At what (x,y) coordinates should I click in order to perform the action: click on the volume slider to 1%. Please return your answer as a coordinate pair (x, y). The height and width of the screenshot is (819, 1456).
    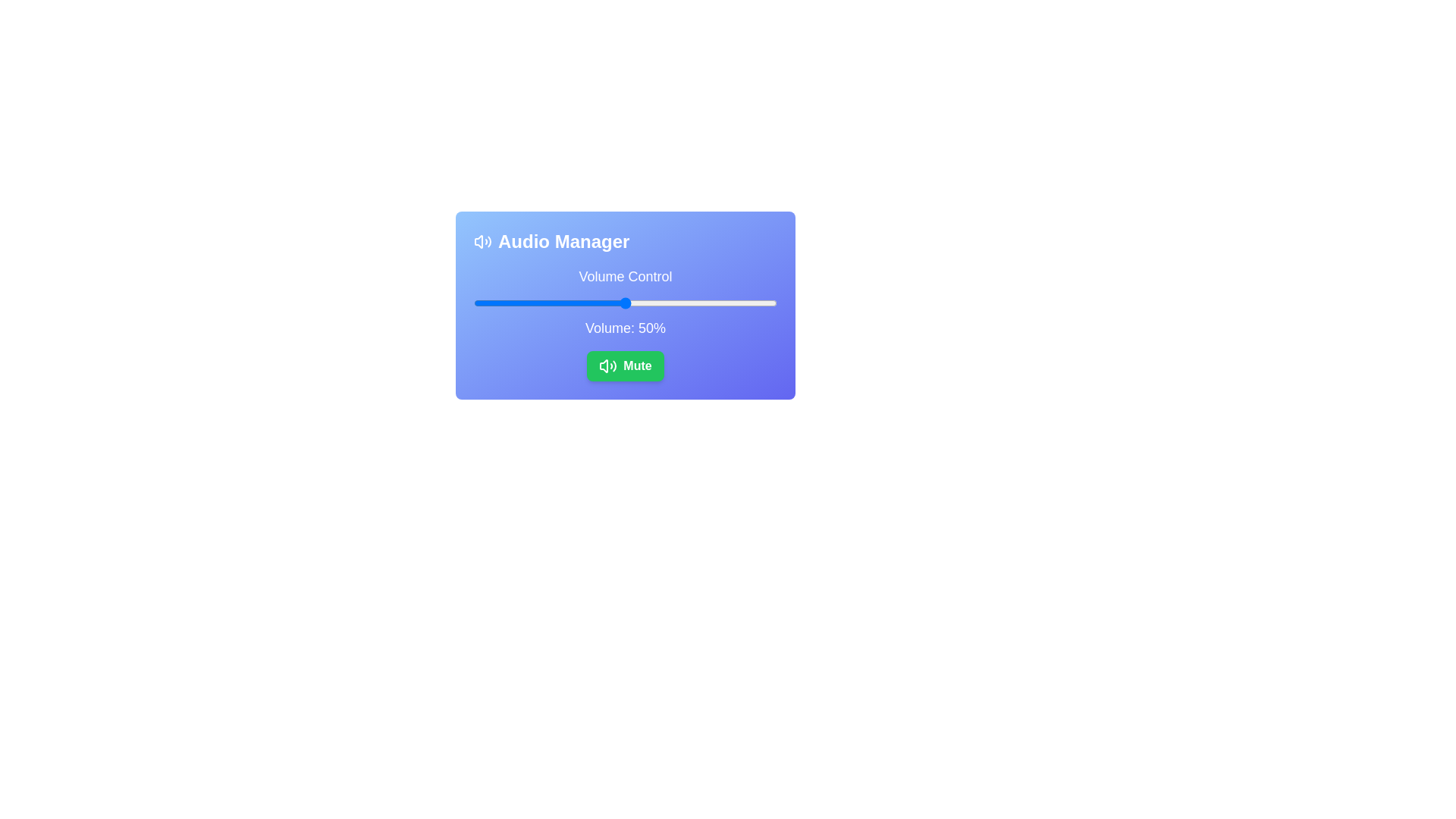
    Looking at the image, I should click on (475, 303).